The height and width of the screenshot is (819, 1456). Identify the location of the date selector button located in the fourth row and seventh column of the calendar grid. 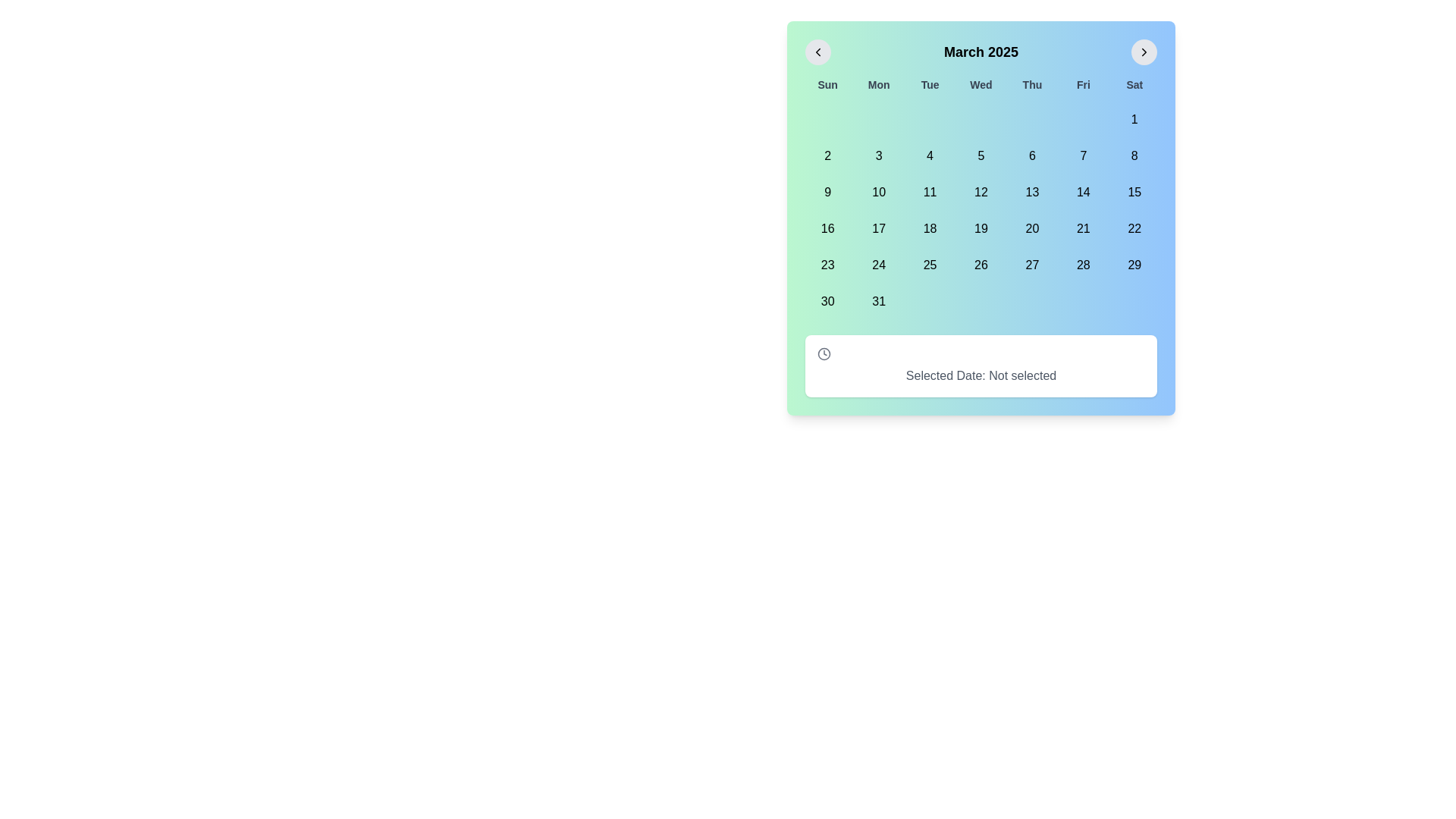
(1134, 228).